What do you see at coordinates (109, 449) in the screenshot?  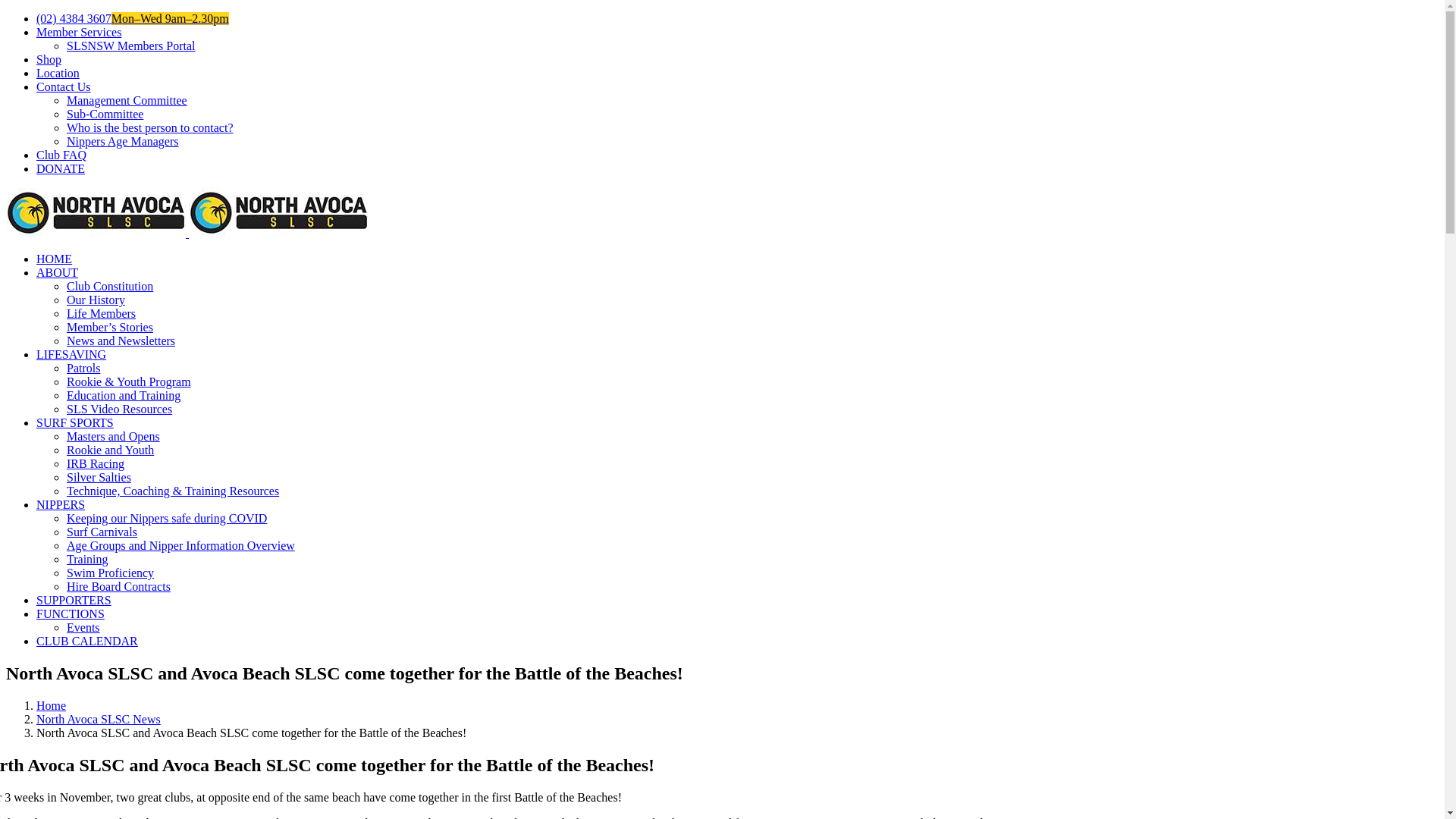 I see `'Rookie and Youth'` at bounding box center [109, 449].